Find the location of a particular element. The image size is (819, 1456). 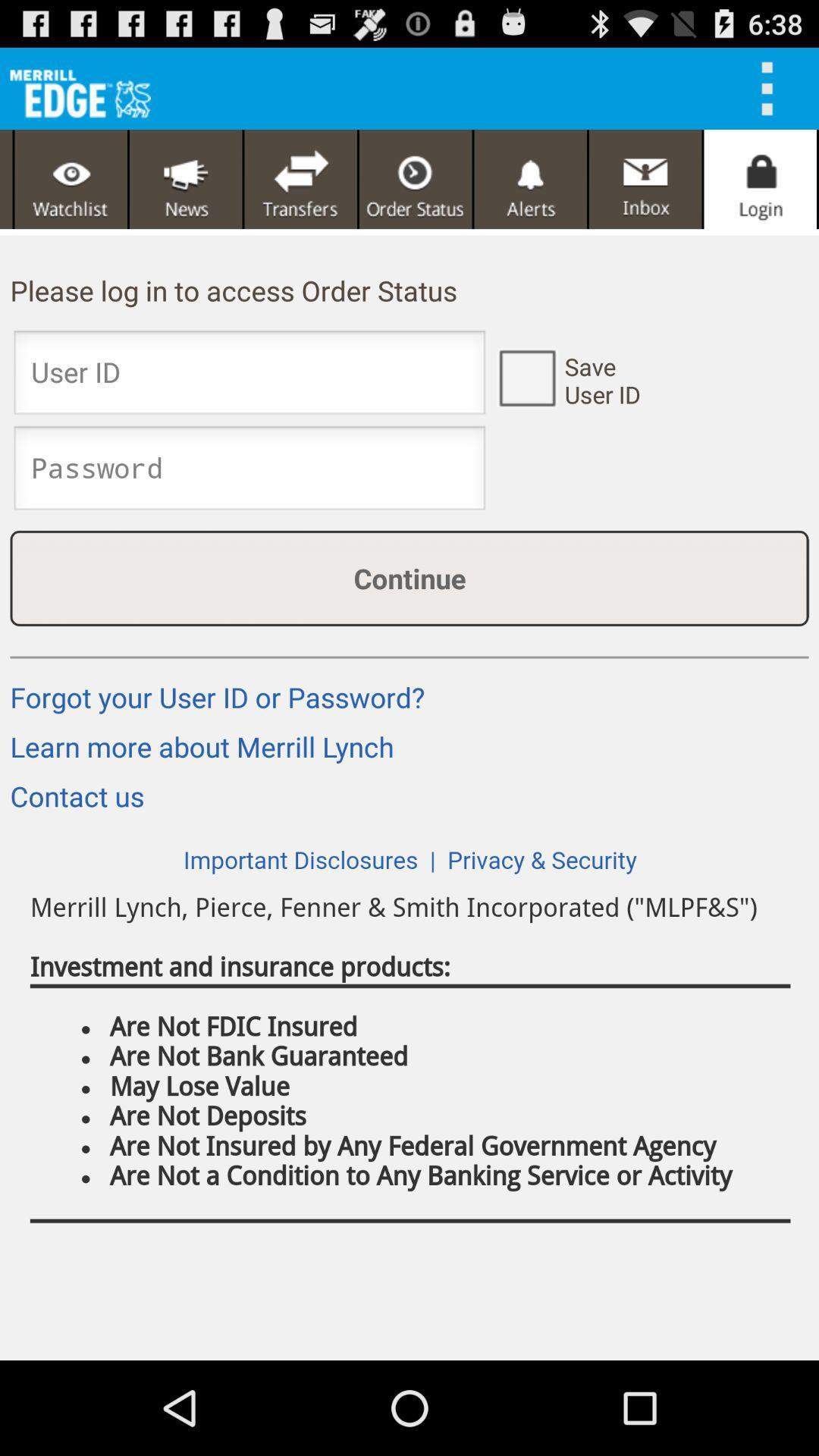

alerts is located at coordinates (529, 179).